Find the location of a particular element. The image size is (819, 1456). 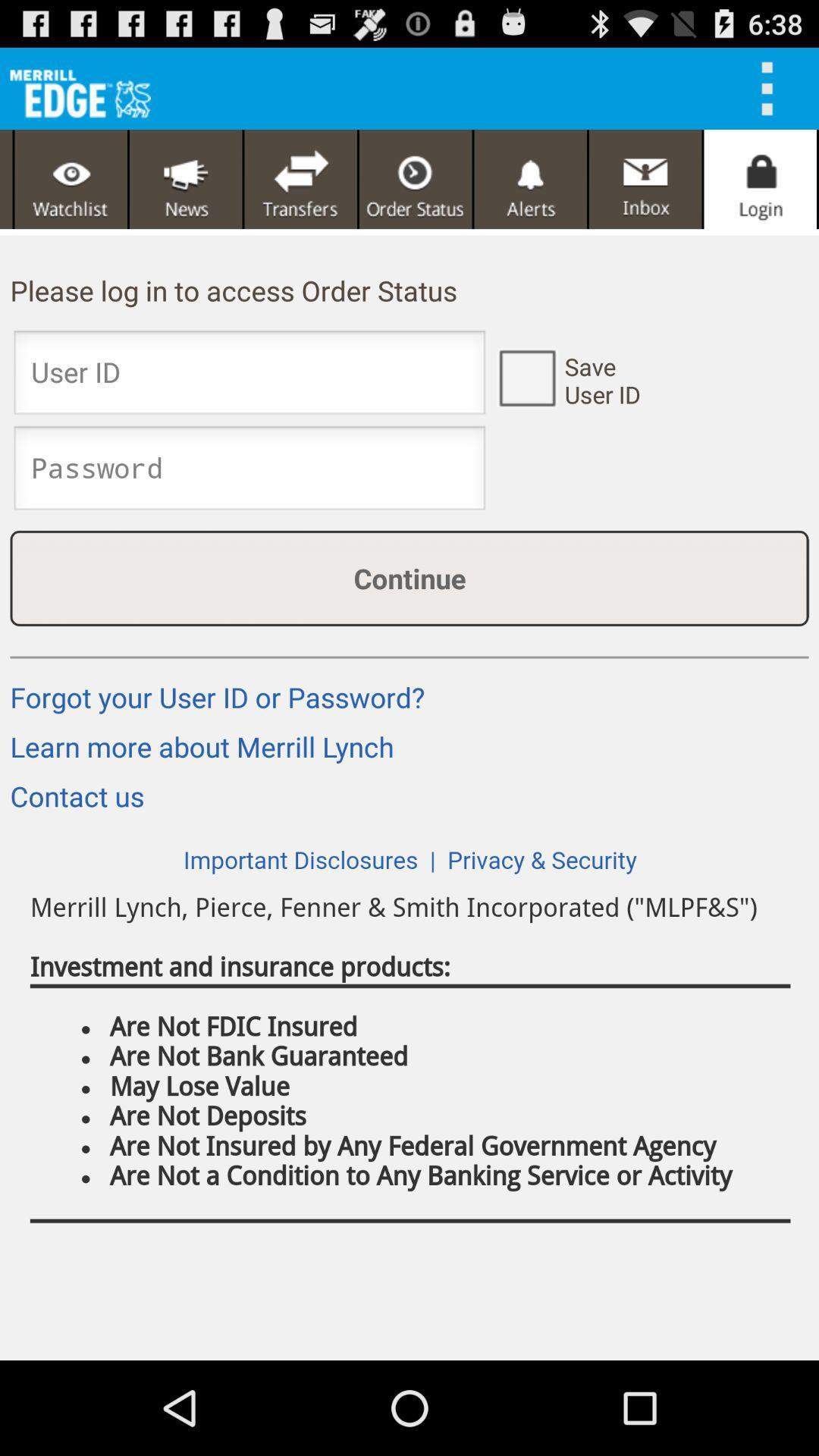

alerts is located at coordinates (529, 179).